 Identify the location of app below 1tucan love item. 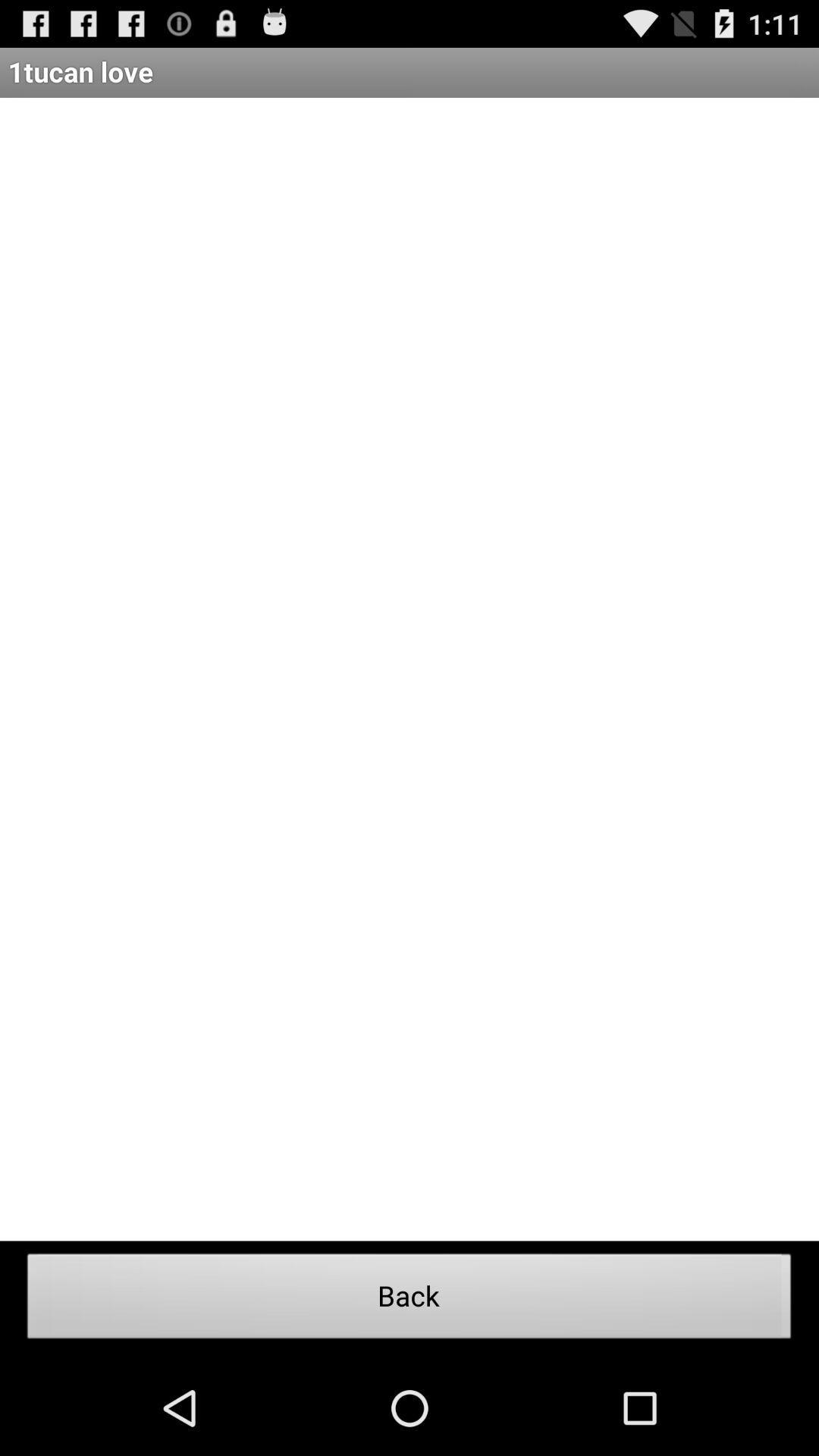
(409, 668).